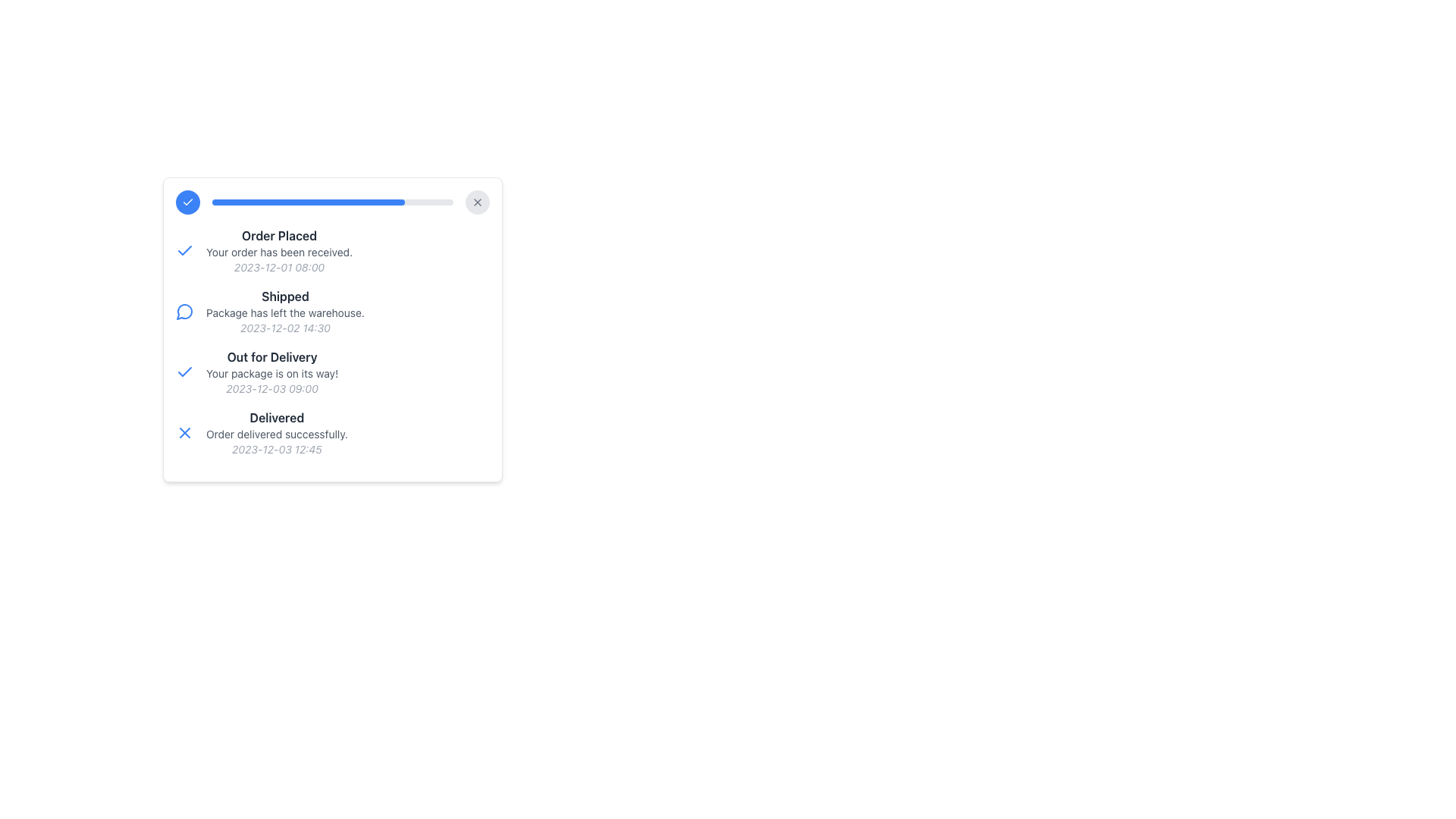 The image size is (1456, 819). Describe the element at coordinates (184, 371) in the screenshot. I see `the graphical check mark representing the completed 'Order Placed' step in the order progress flow, which is styled with a thin blue stroke and rounded corners` at that location.